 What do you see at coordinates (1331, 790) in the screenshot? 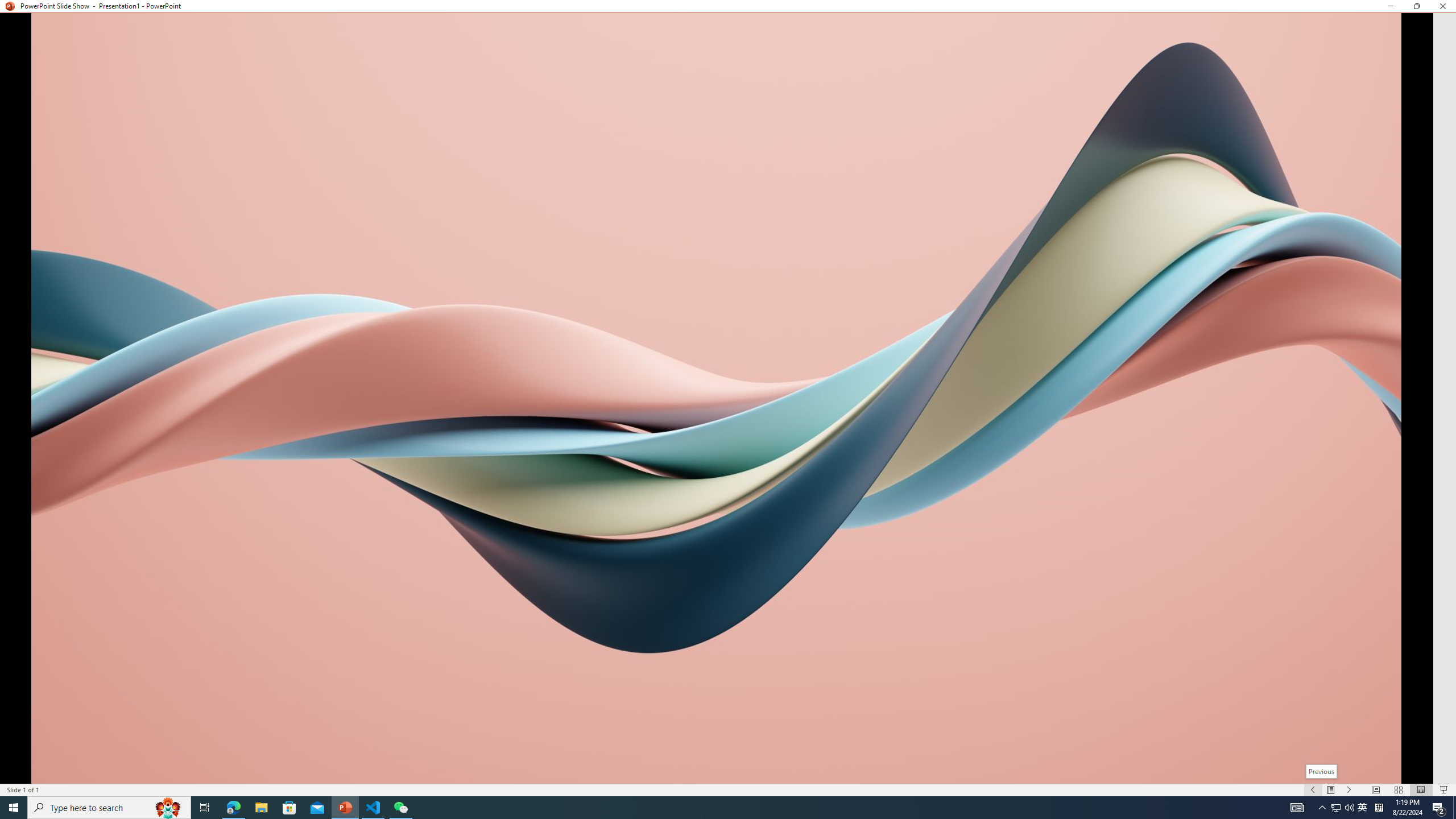
I see `'Menu On'` at bounding box center [1331, 790].